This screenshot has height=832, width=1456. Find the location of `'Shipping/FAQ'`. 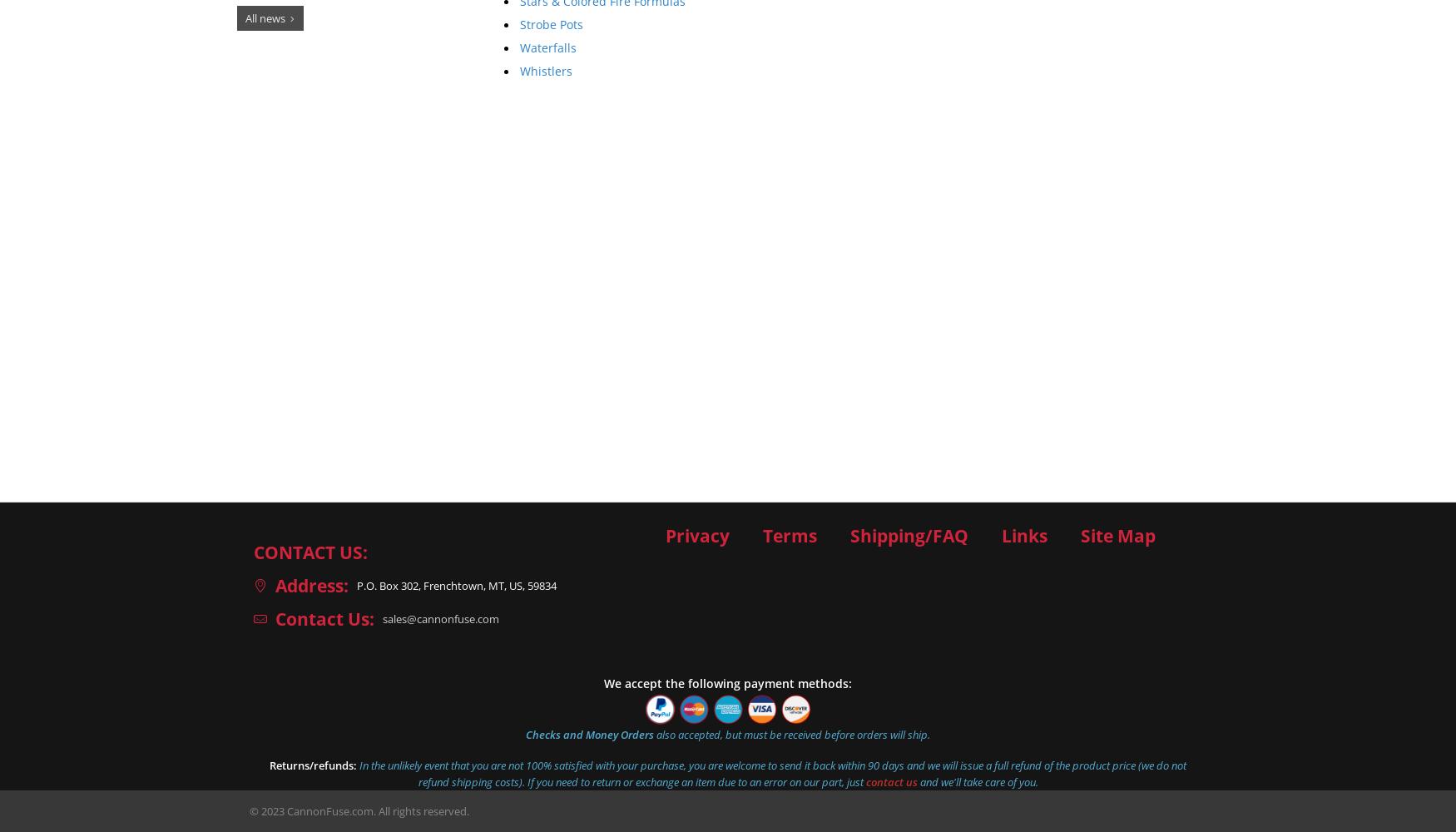

'Shipping/FAQ' is located at coordinates (849, 536).